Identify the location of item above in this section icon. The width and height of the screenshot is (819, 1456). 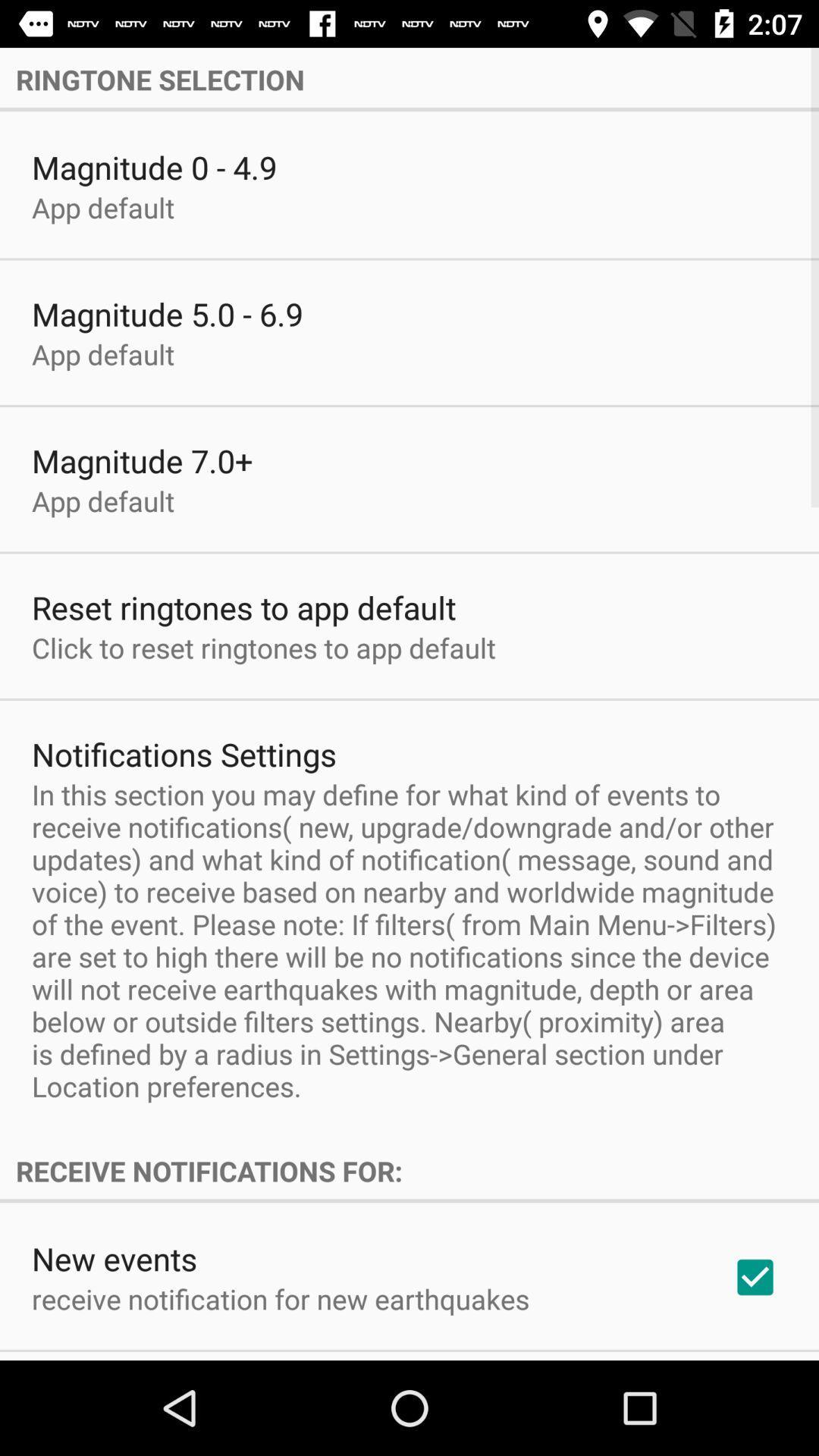
(184, 754).